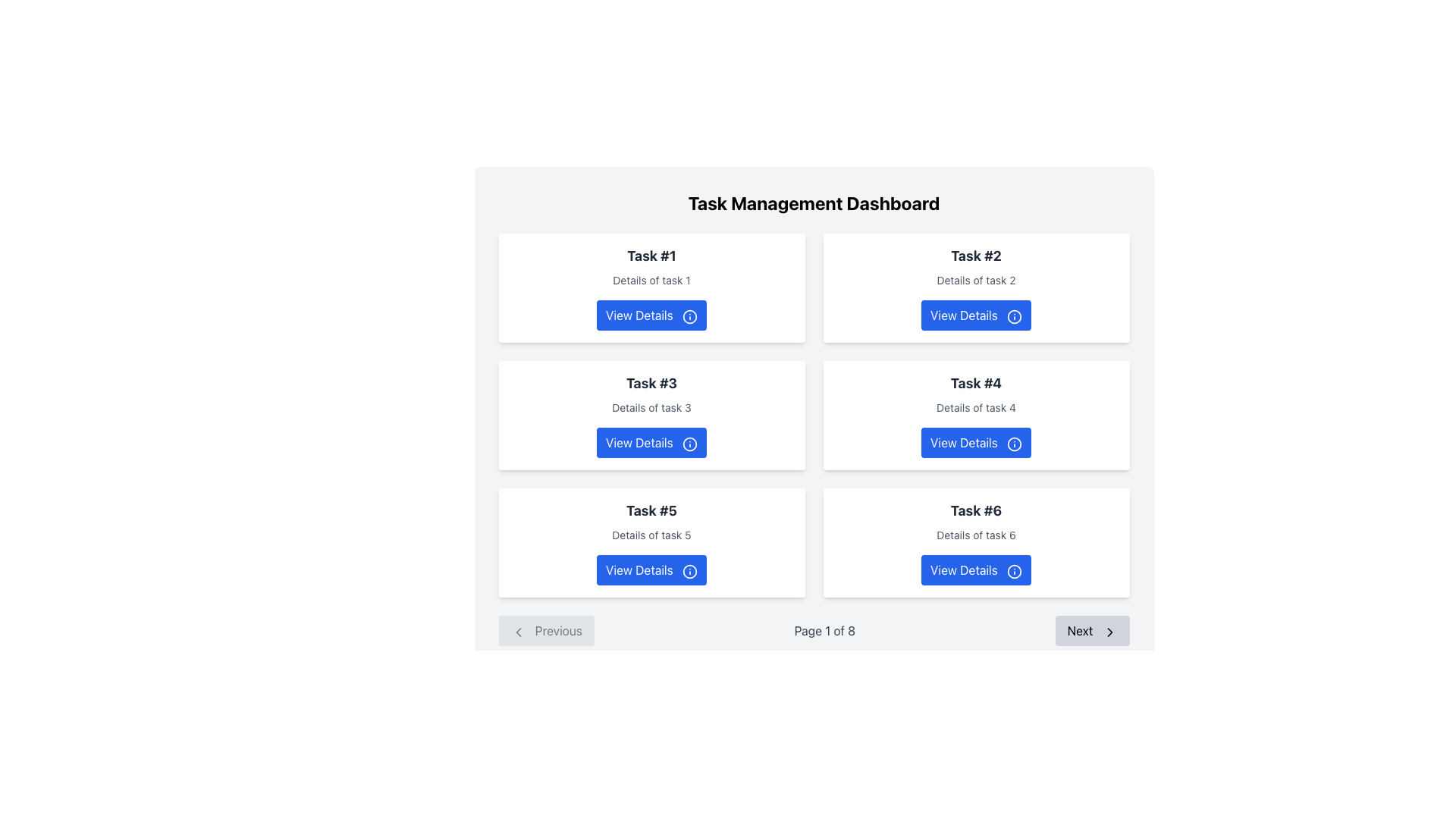  What do you see at coordinates (546, 631) in the screenshot?
I see `the 'Previous' button located at the bottom left corner of the interface` at bounding box center [546, 631].